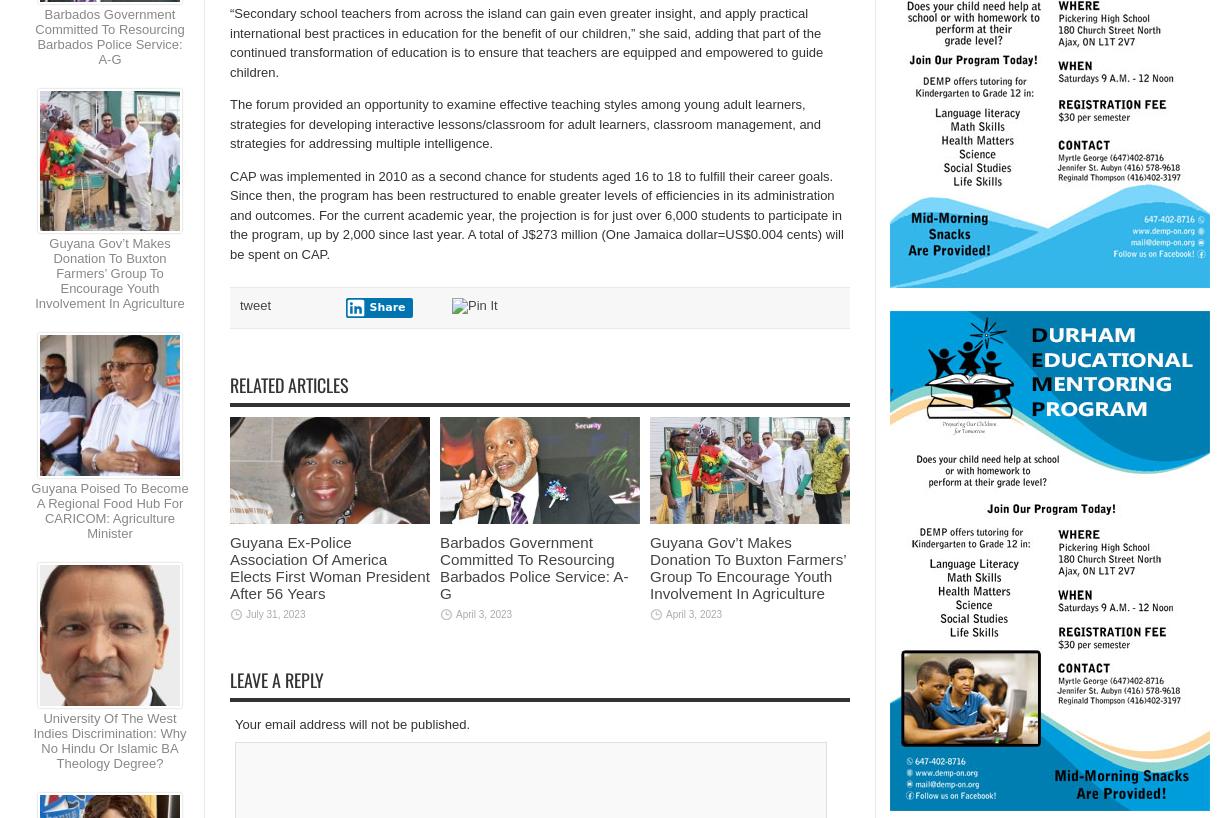  Describe the element at coordinates (32, 738) in the screenshot. I see `'University Of The West Indies Discrimination: Why No Hindu Or Islamic BA Theology Degree?'` at that location.